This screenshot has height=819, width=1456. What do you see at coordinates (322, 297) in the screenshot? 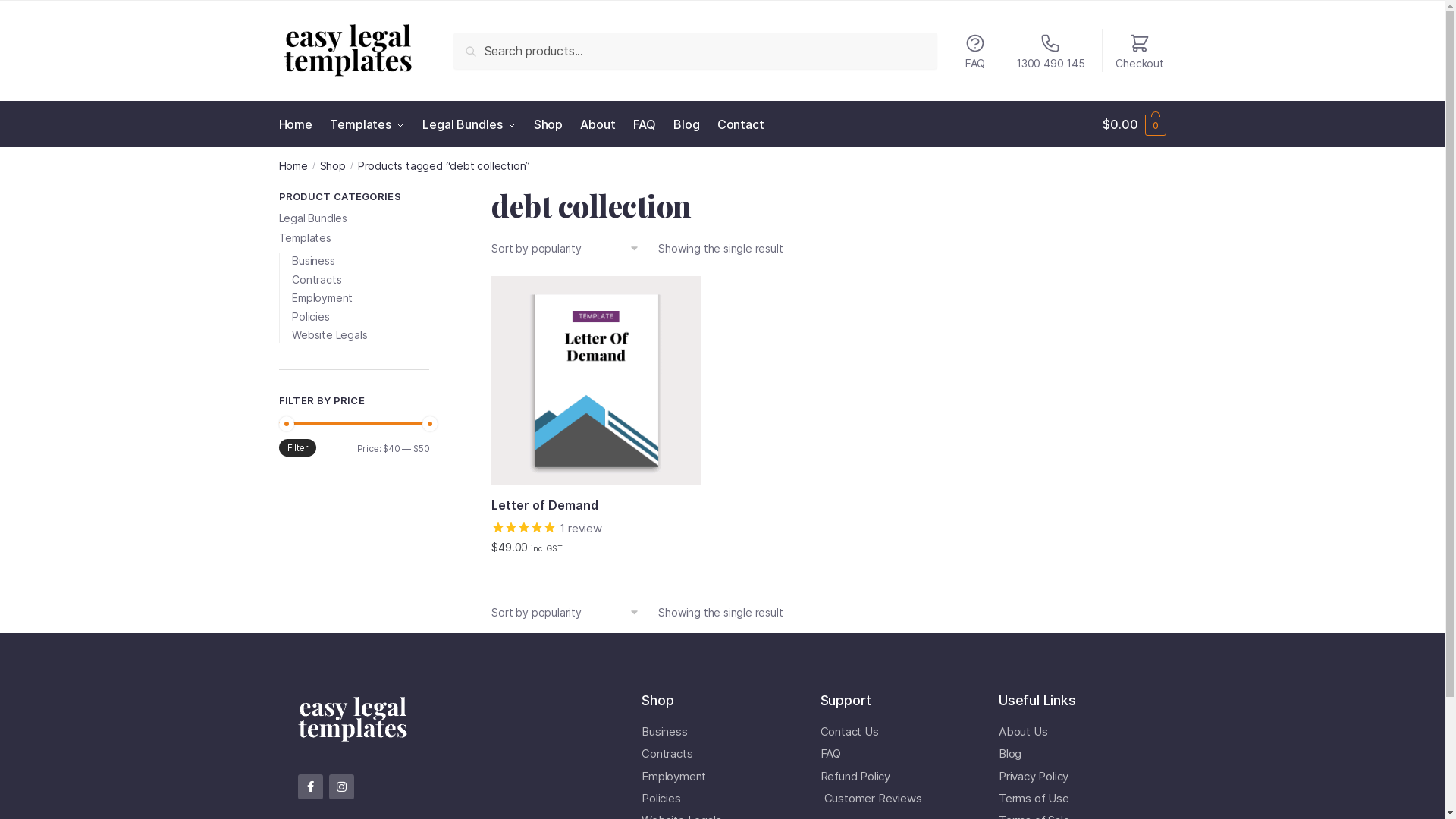
I see `'Employment'` at bounding box center [322, 297].